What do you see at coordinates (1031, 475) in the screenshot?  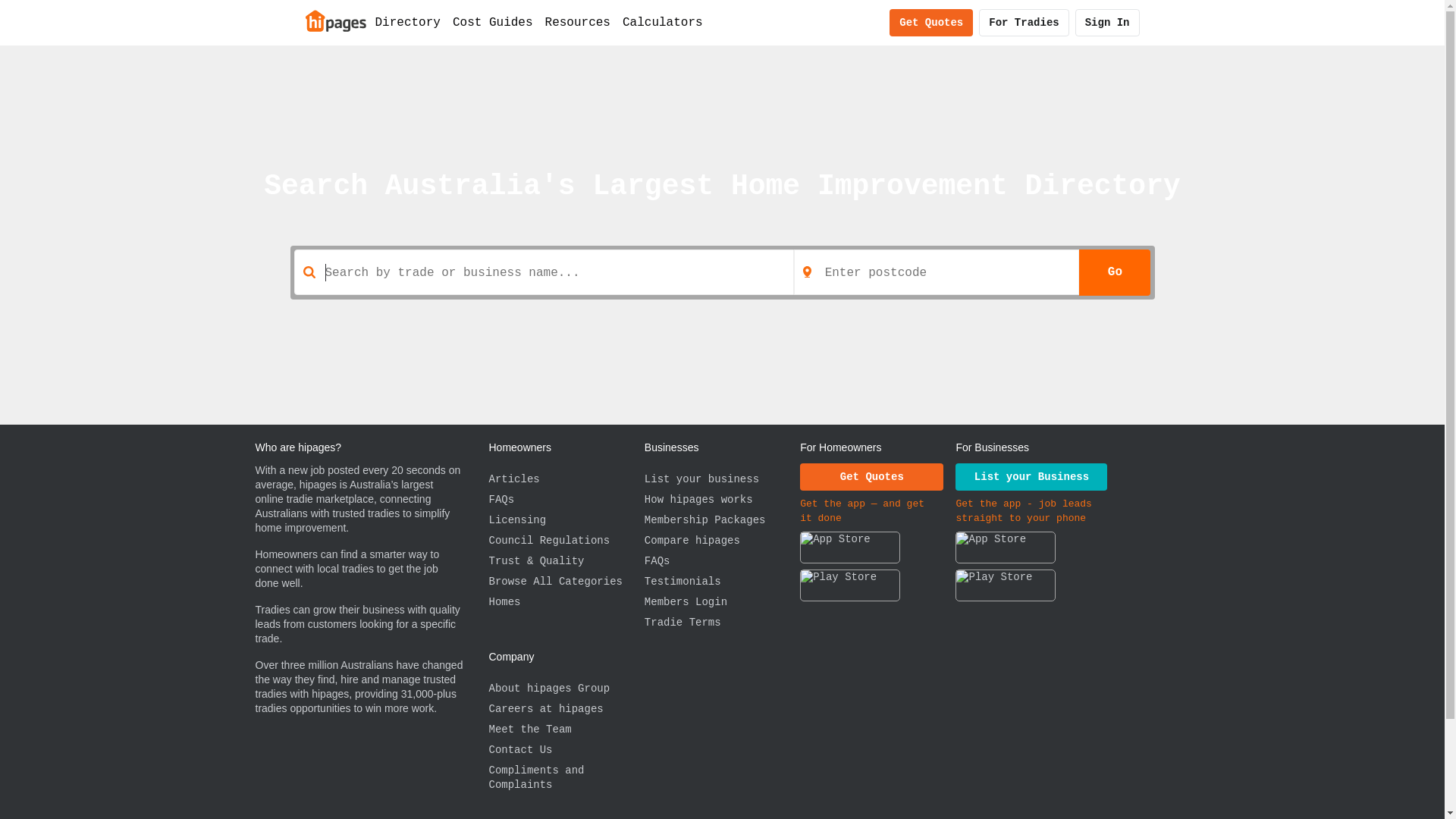 I see `'List your Business'` at bounding box center [1031, 475].